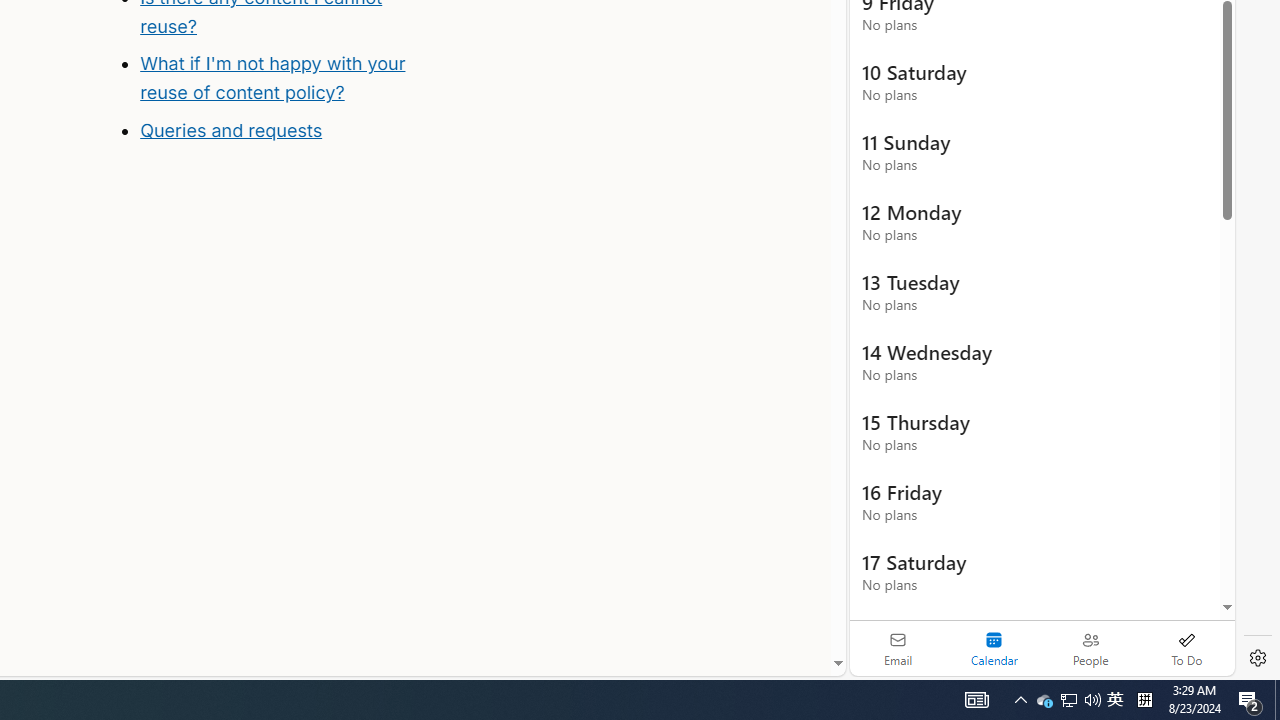 Image resolution: width=1280 pixels, height=720 pixels. What do you see at coordinates (1186, 648) in the screenshot?
I see `'To Do'` at bounding box center [1186, 648].